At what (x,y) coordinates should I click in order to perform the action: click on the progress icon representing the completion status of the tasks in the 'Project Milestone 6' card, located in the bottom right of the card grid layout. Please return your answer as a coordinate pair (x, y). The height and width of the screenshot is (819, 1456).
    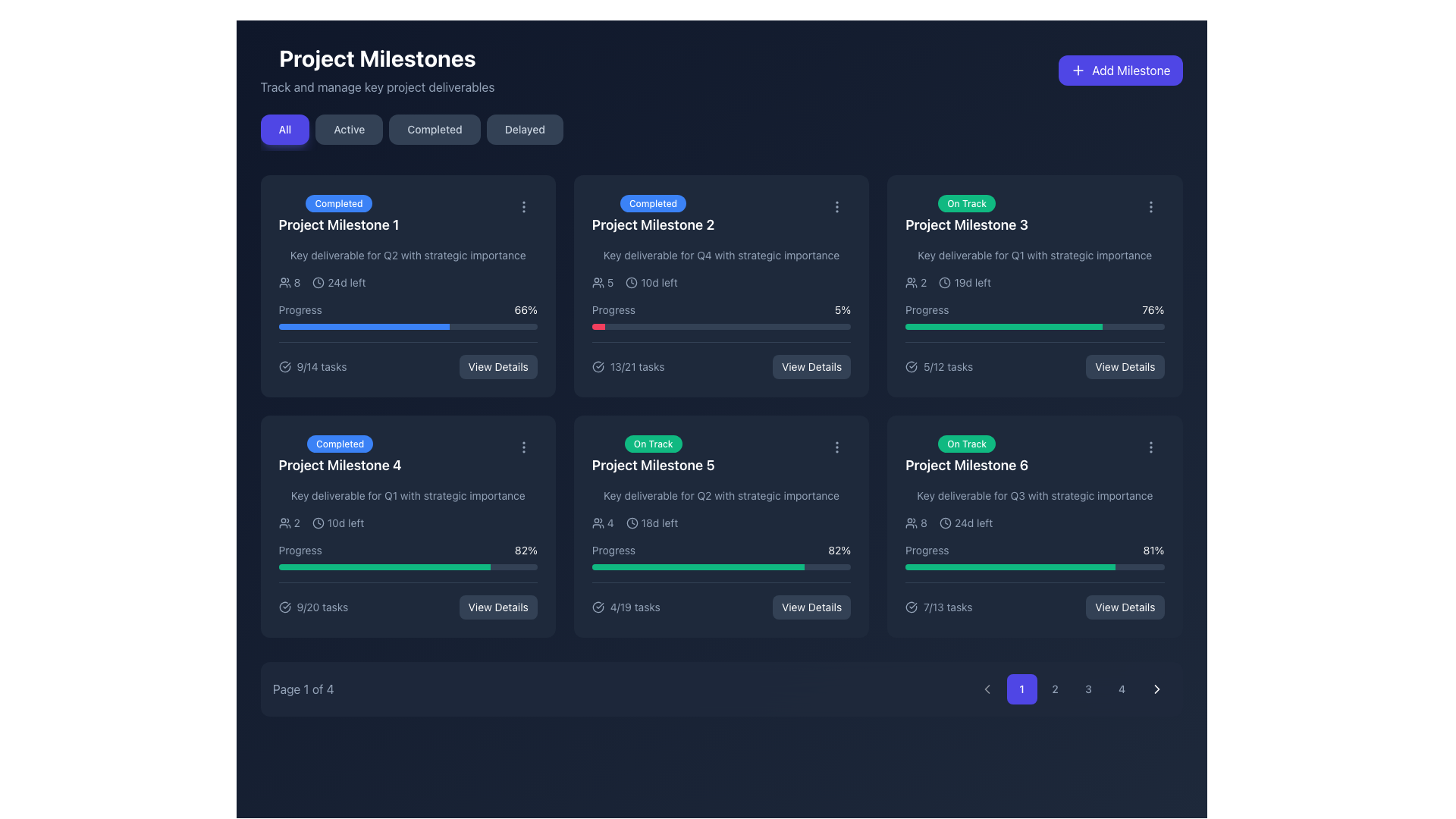
    Looking at the image, I should click on (911, 607).